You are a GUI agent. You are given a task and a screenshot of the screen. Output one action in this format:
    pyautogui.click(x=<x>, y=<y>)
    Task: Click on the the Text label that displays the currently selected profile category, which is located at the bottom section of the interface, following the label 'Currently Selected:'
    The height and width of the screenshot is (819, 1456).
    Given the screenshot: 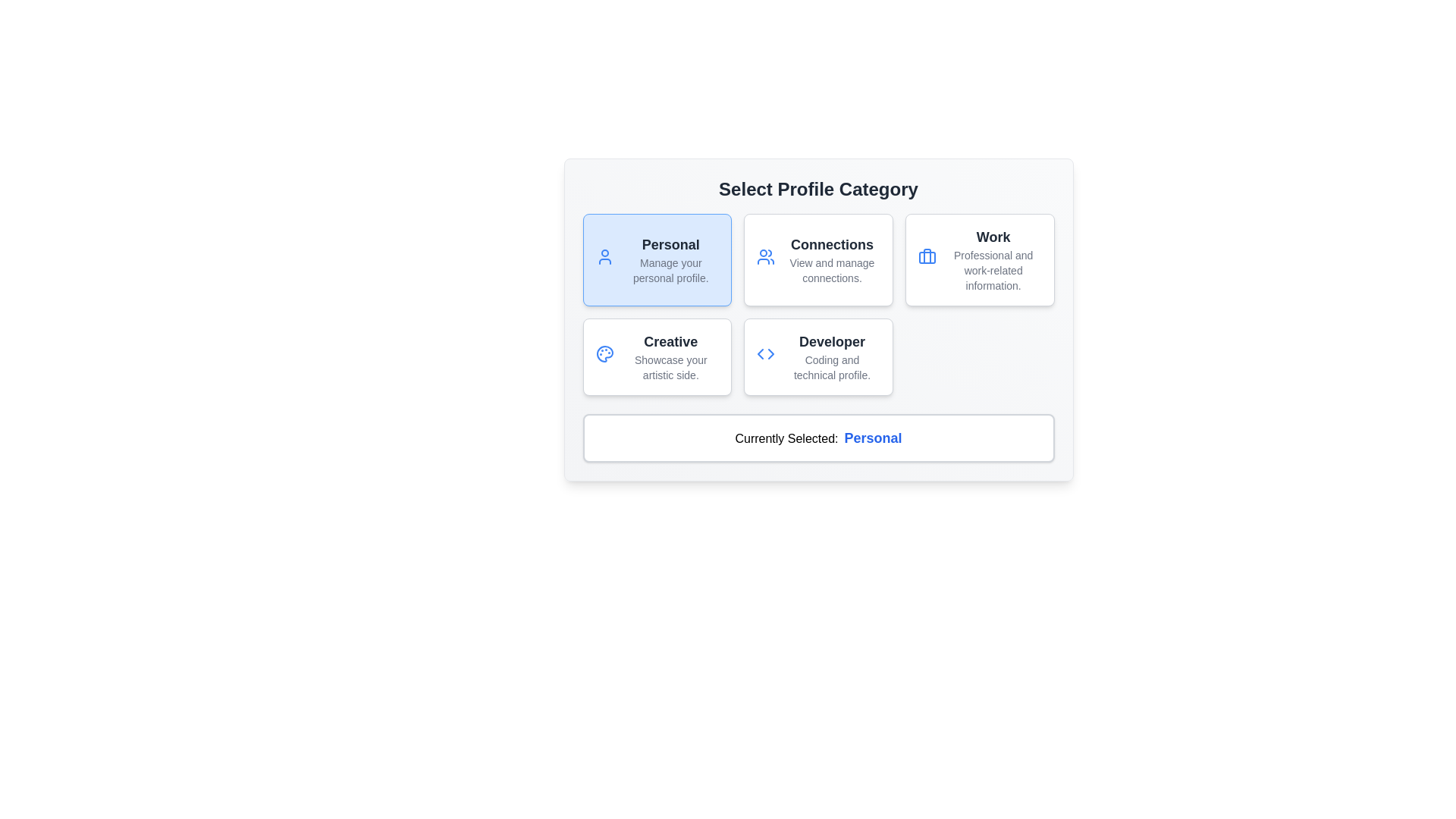 What is the action you would take?
    pyautogui.click(x=873, y=438)
    